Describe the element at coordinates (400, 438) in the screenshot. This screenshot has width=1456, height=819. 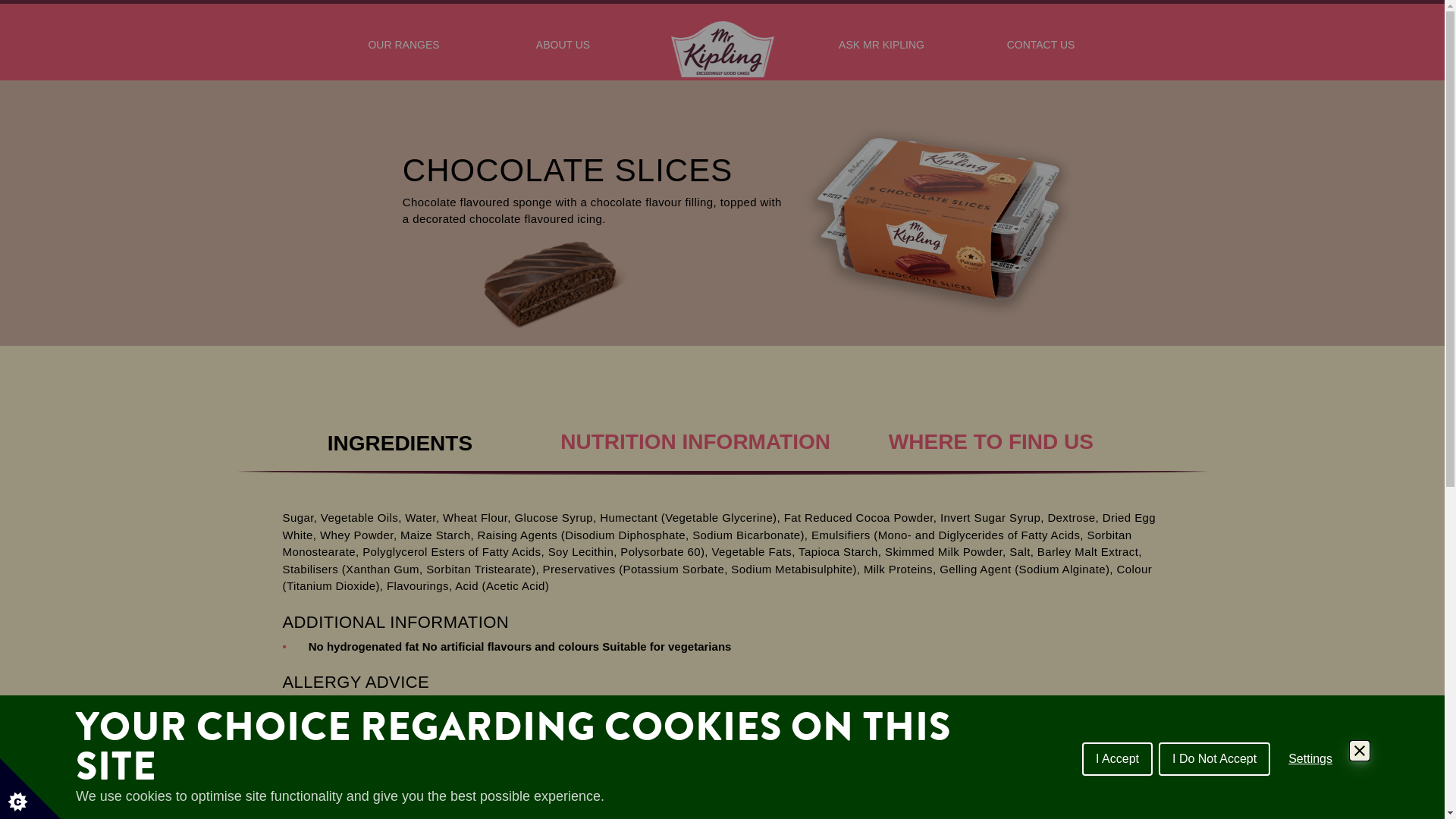
I see `'INGREDIENTS'` at that location.